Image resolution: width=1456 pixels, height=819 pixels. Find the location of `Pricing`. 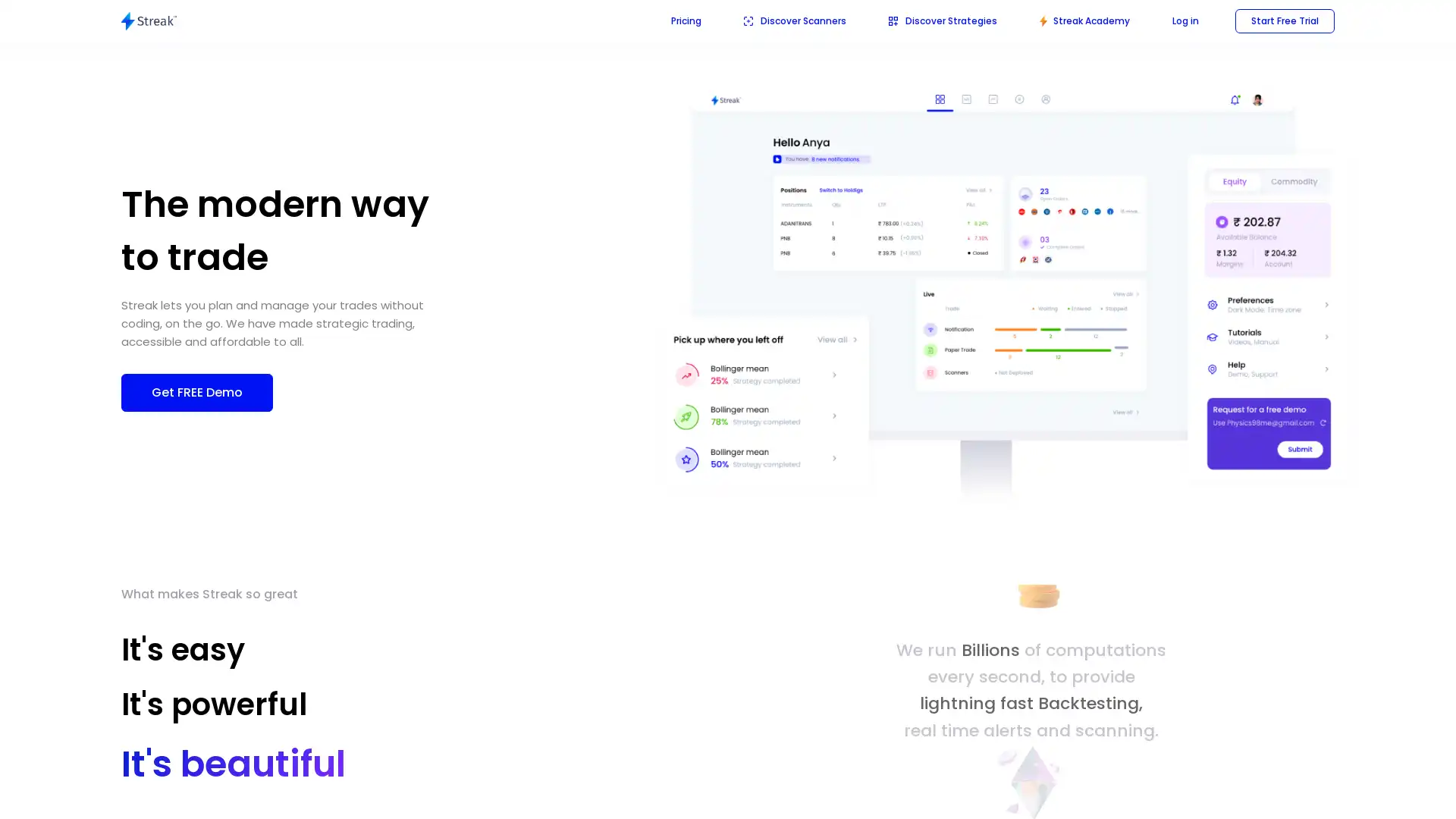

Pricing is located at coordinates (686, 20).